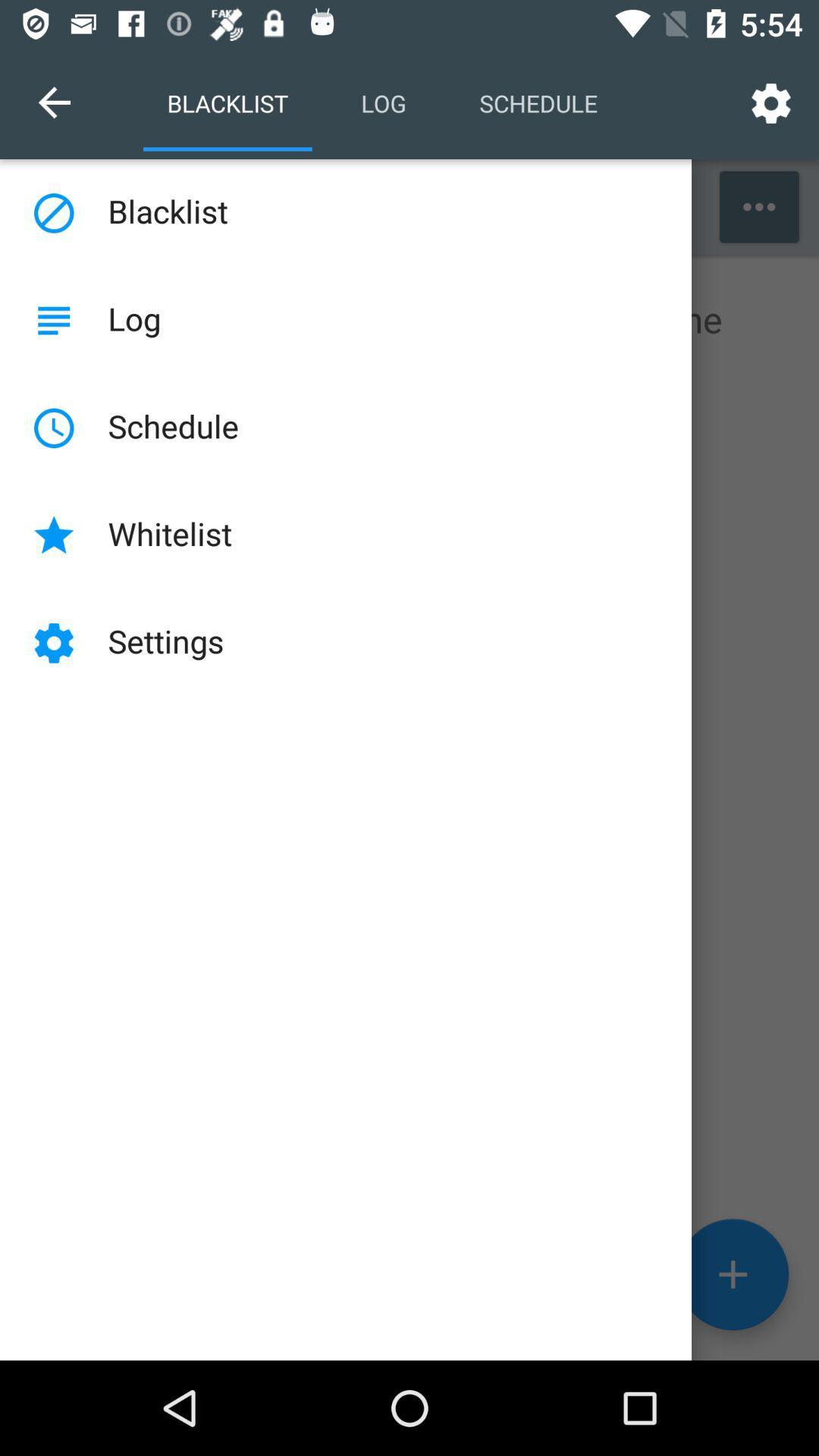  What do you see at coordinates (759, 206) in the screenshot?
I see `the more icon` at bounding box center [759, 206].